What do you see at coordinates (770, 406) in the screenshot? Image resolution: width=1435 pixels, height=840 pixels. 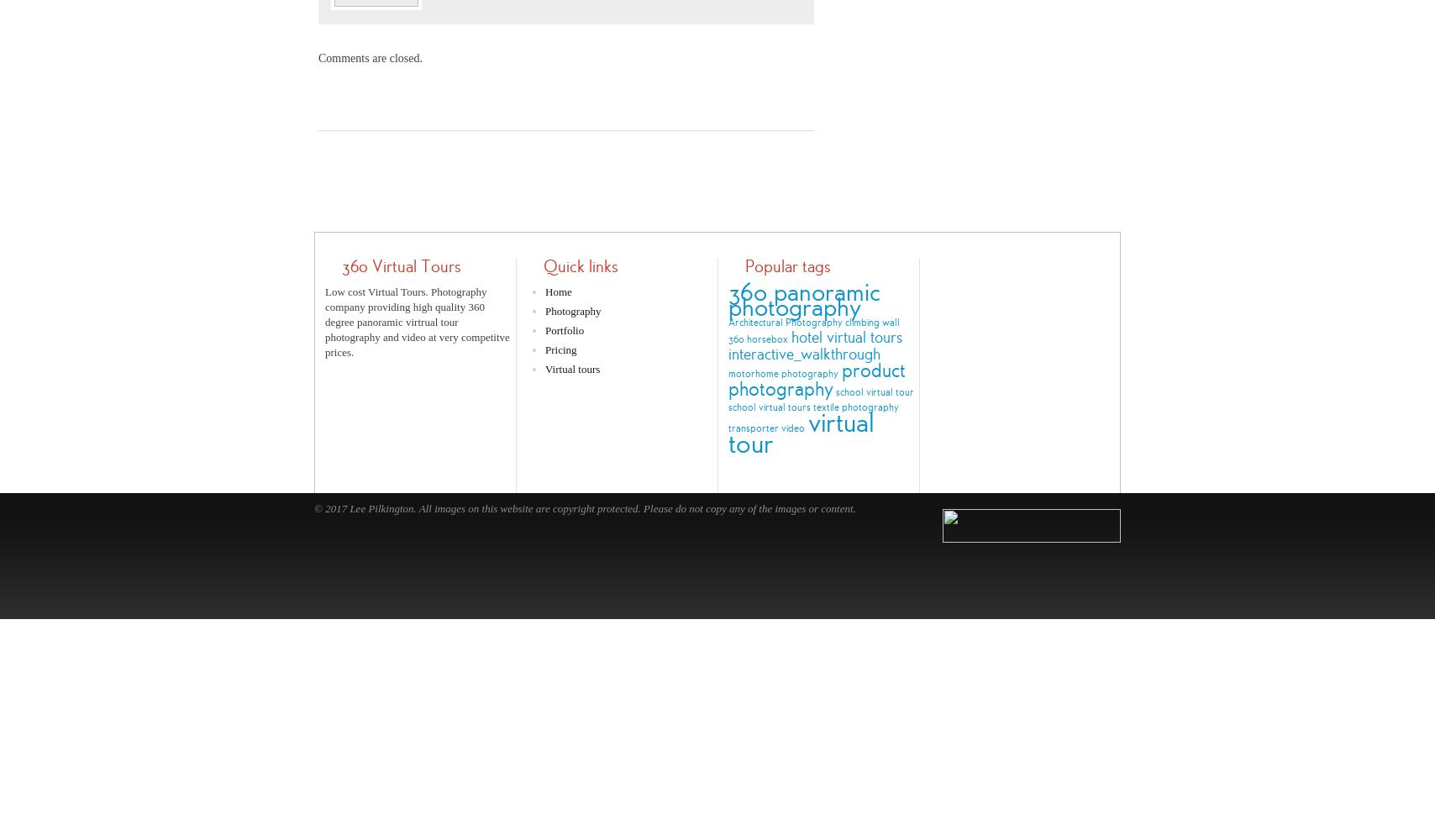 I see `'school virtual tours'` at bounding box center [770, 406].